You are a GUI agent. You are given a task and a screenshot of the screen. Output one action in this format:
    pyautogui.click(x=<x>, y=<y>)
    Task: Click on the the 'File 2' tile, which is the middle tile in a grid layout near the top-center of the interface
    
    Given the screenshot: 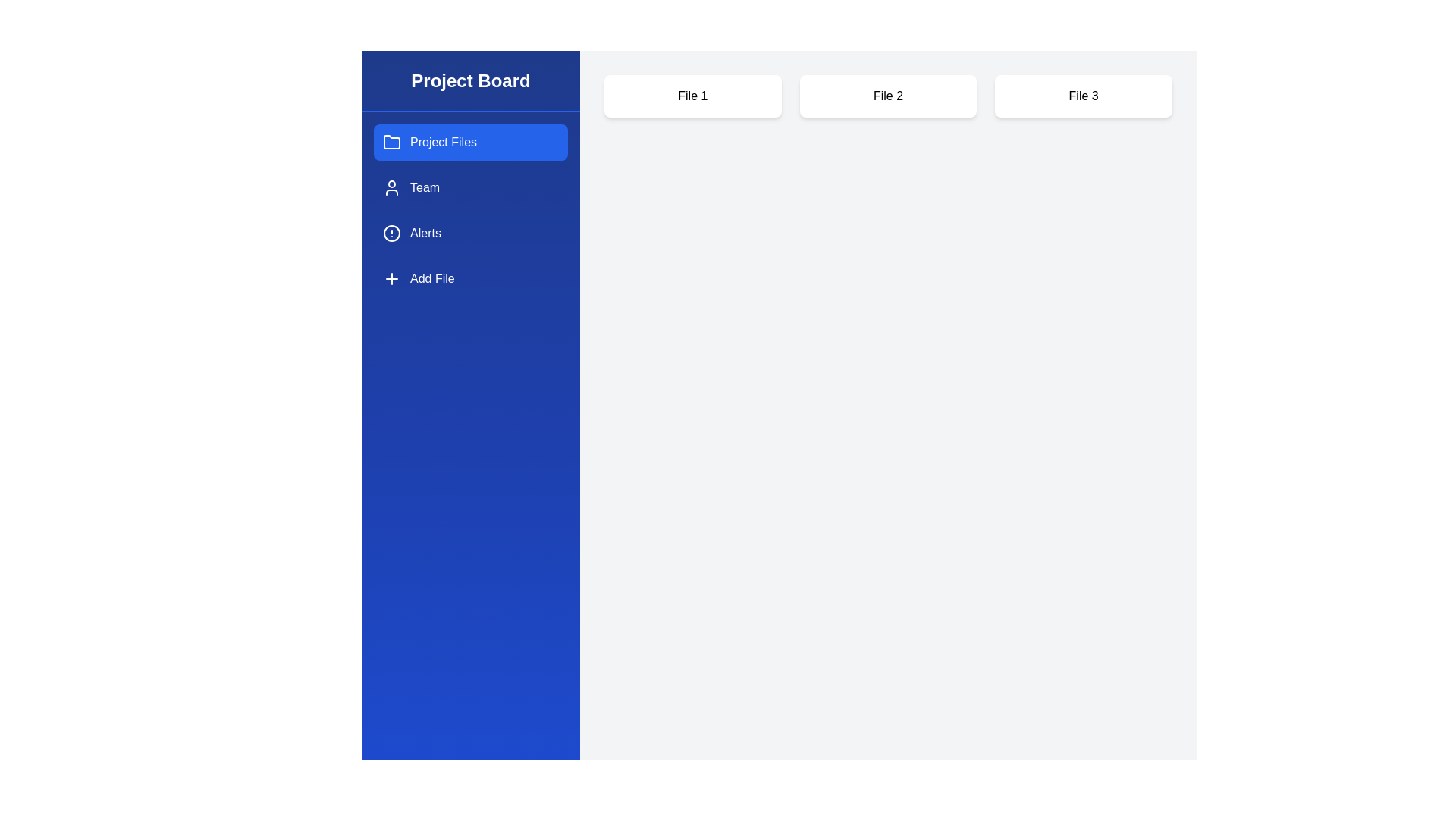 What is the action you would take?
    pyautogui.click(x=888, y=96)
    